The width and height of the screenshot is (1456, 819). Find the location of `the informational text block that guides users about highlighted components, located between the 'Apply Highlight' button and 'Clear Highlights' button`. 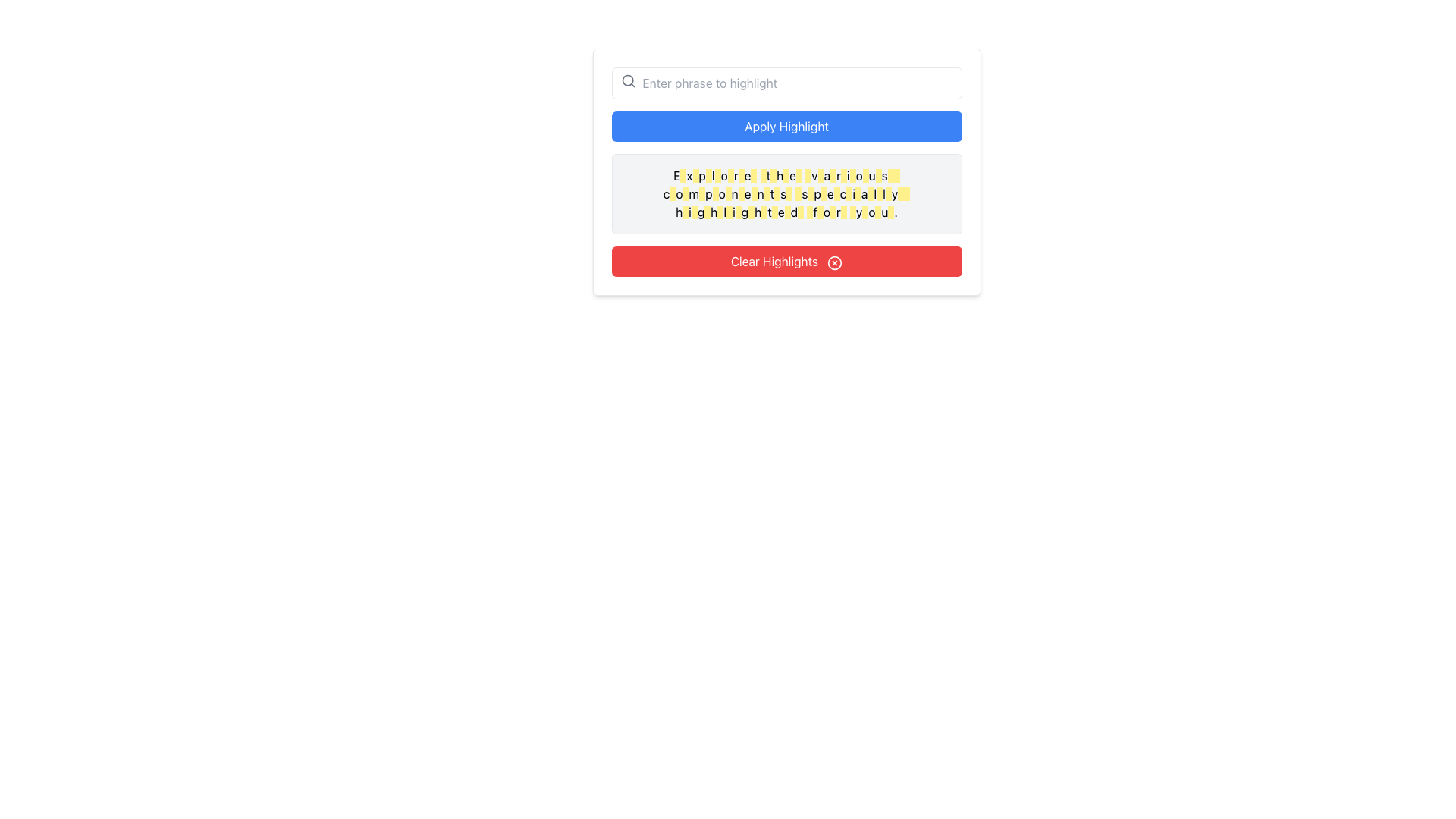

the informational text block that guides users about highlighted components, located between the 'Apply Highlight' button and 'Clear Highlights' button is located at coordinates (786, 171).